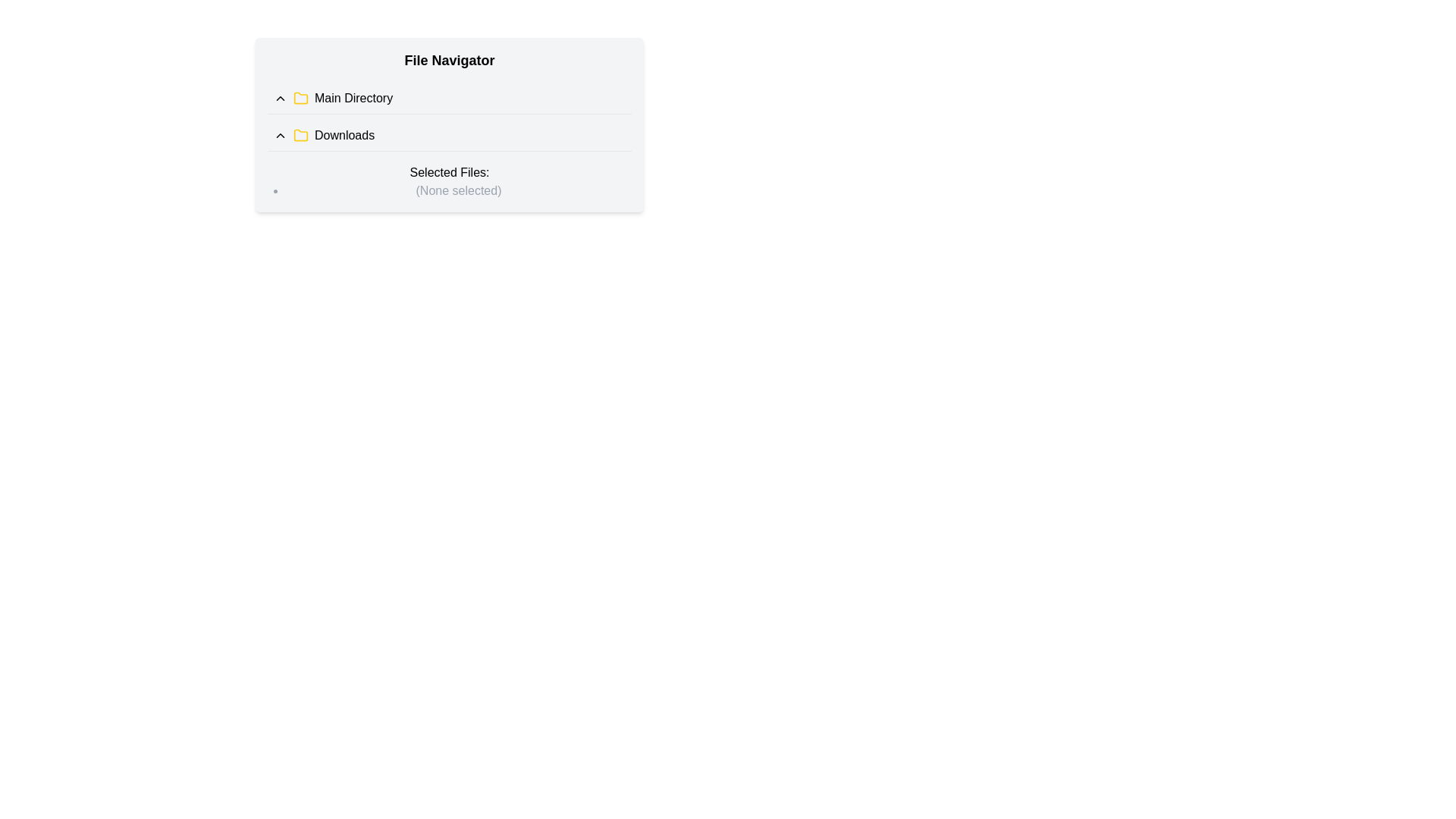  I want to click on the text label reading 'Selected Files:' which serves as a header in the file selection interface, so click(449, 171).